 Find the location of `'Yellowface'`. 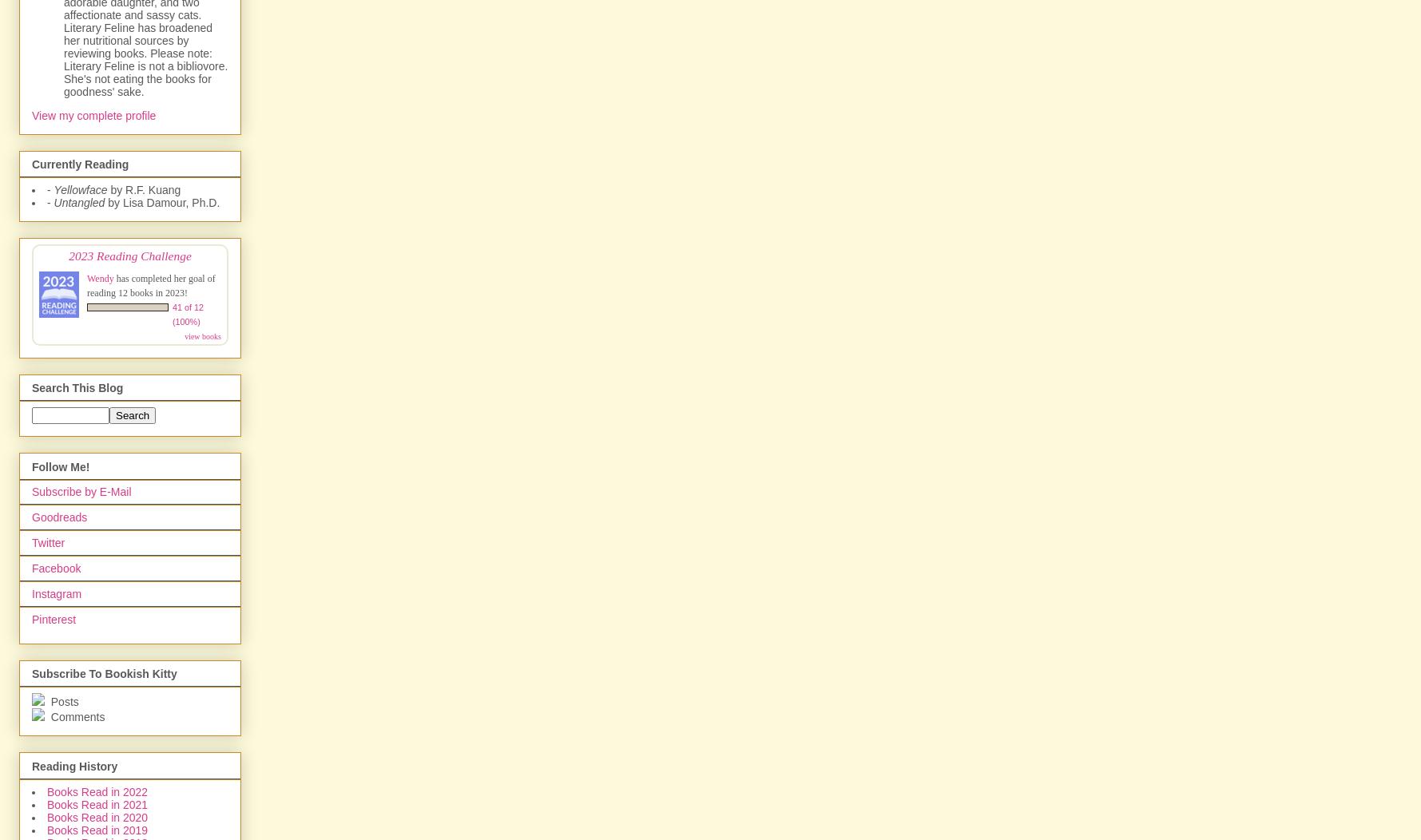

'Yellowface' is located at coordinates (79, 188).